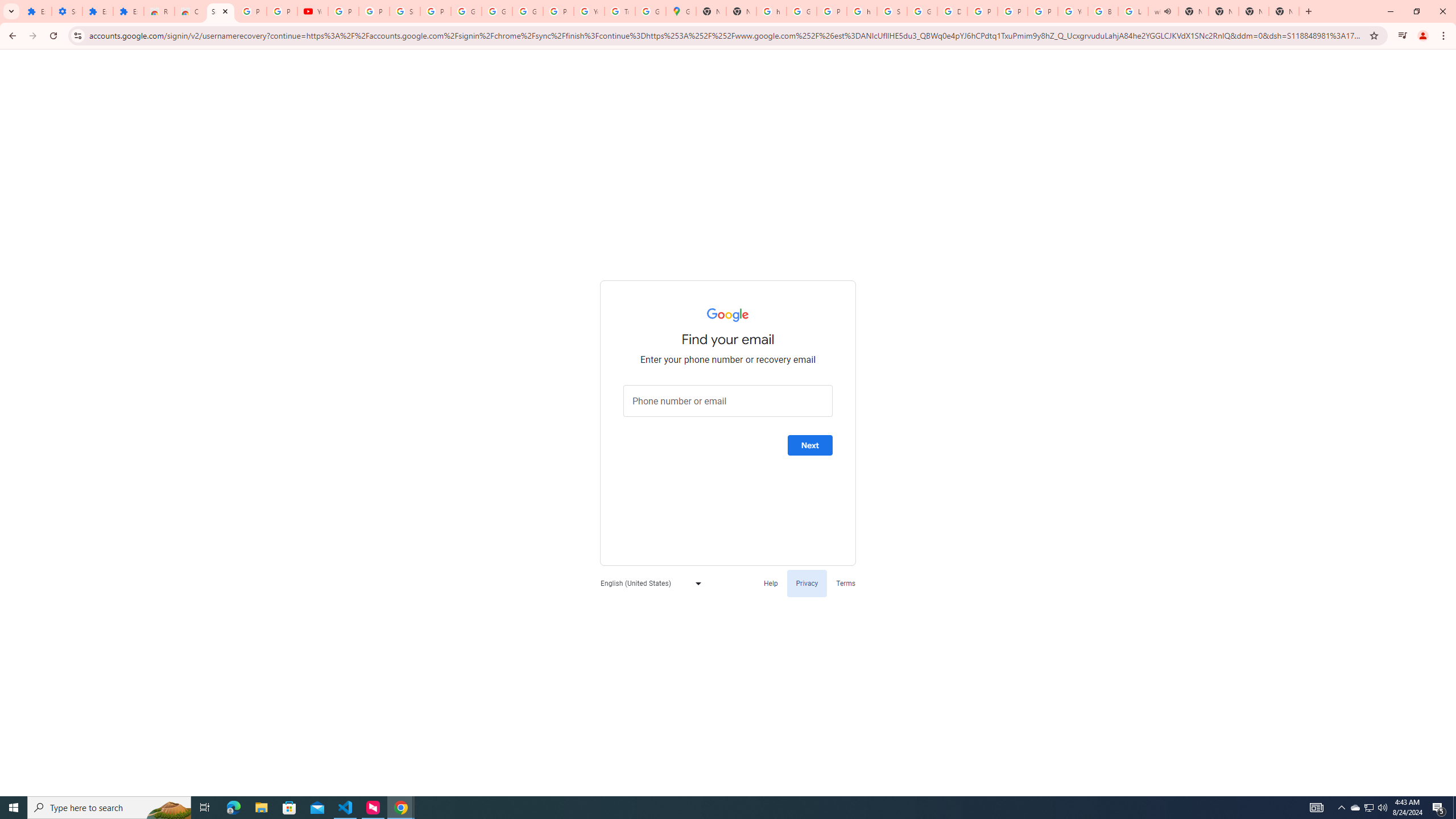 This screenshot has width=1456, height=819. I want to click on 'Chrome Web Store - Themes', so click(190, 11).